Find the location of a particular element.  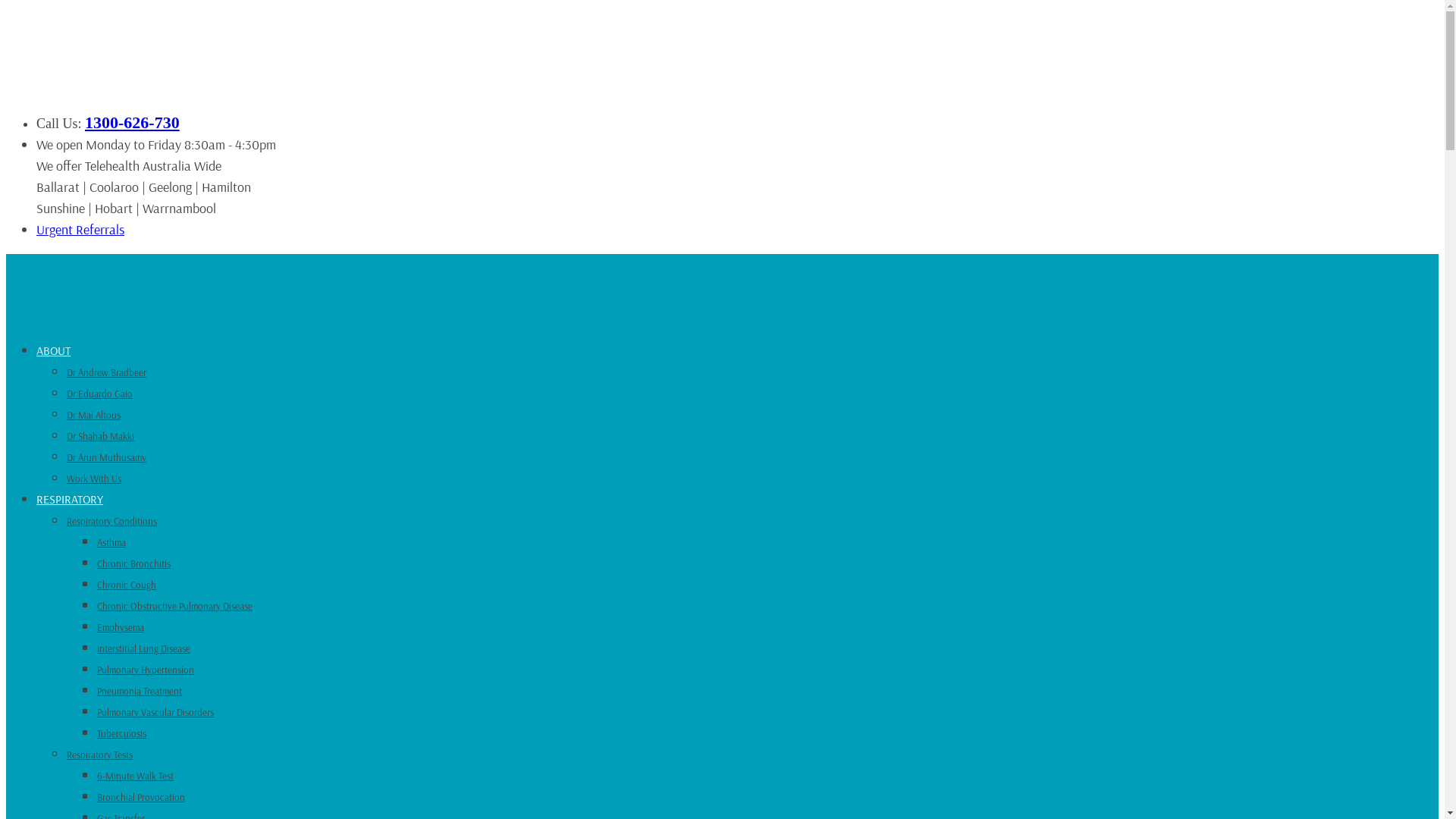

'6-Minute Walk Test' is located at coordinates (135, 775).